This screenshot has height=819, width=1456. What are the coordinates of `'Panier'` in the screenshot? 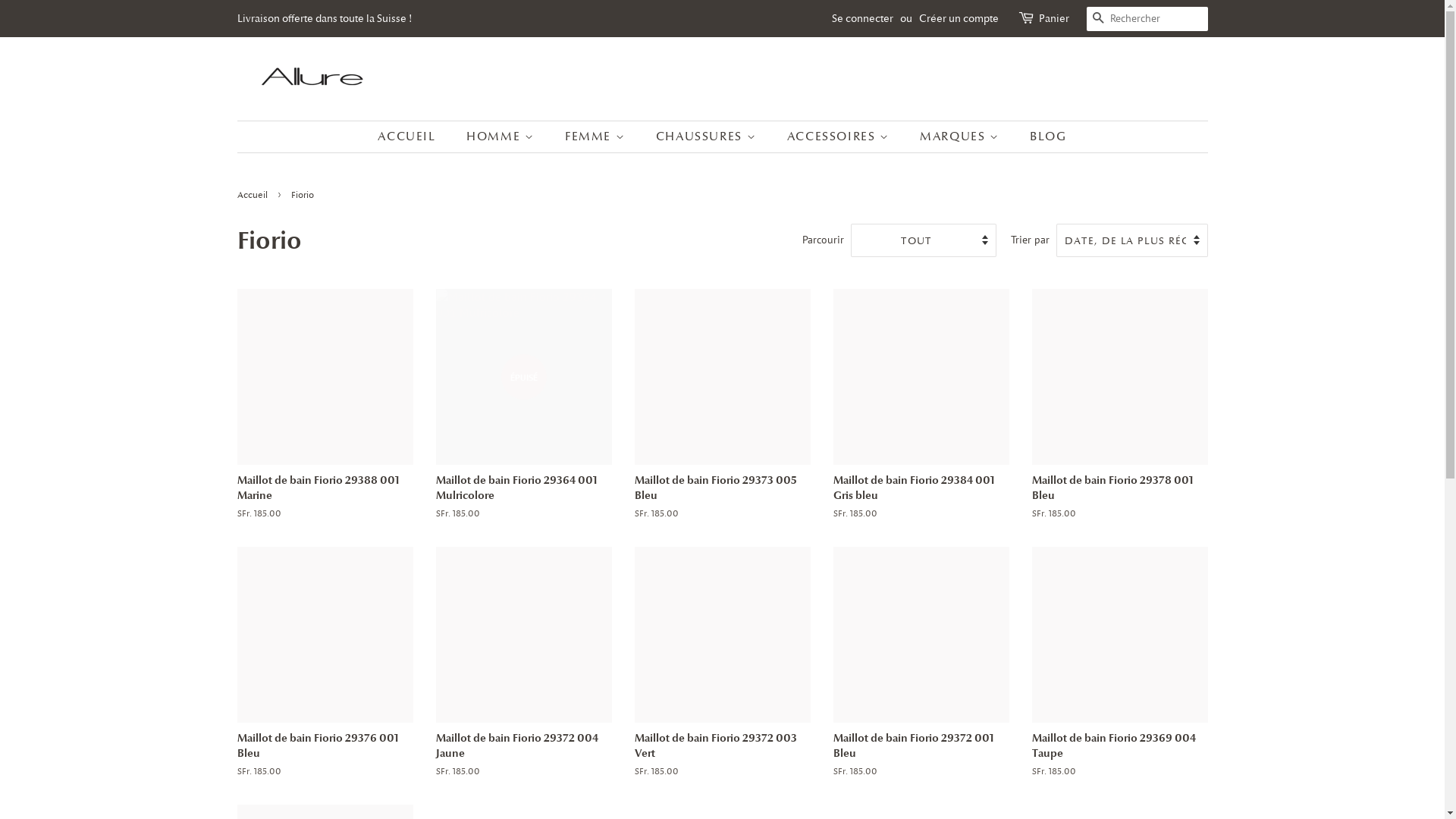 It's located at (1053, 18).